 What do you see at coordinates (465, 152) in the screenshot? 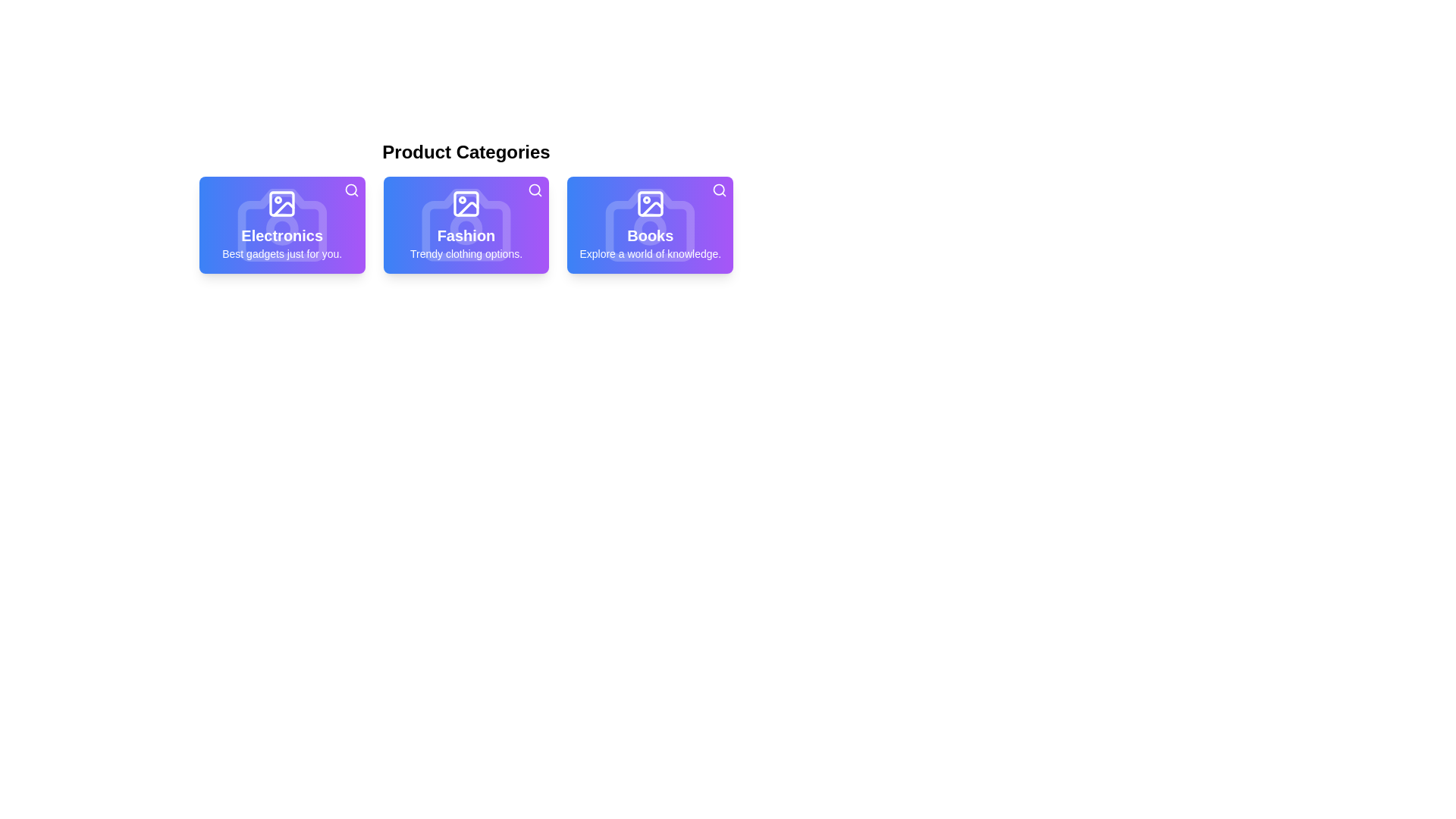
I see `the header text 'Product Categories', which is prominently styled and located at the top center of the section containing category cards` at bounding box center [465, 152].